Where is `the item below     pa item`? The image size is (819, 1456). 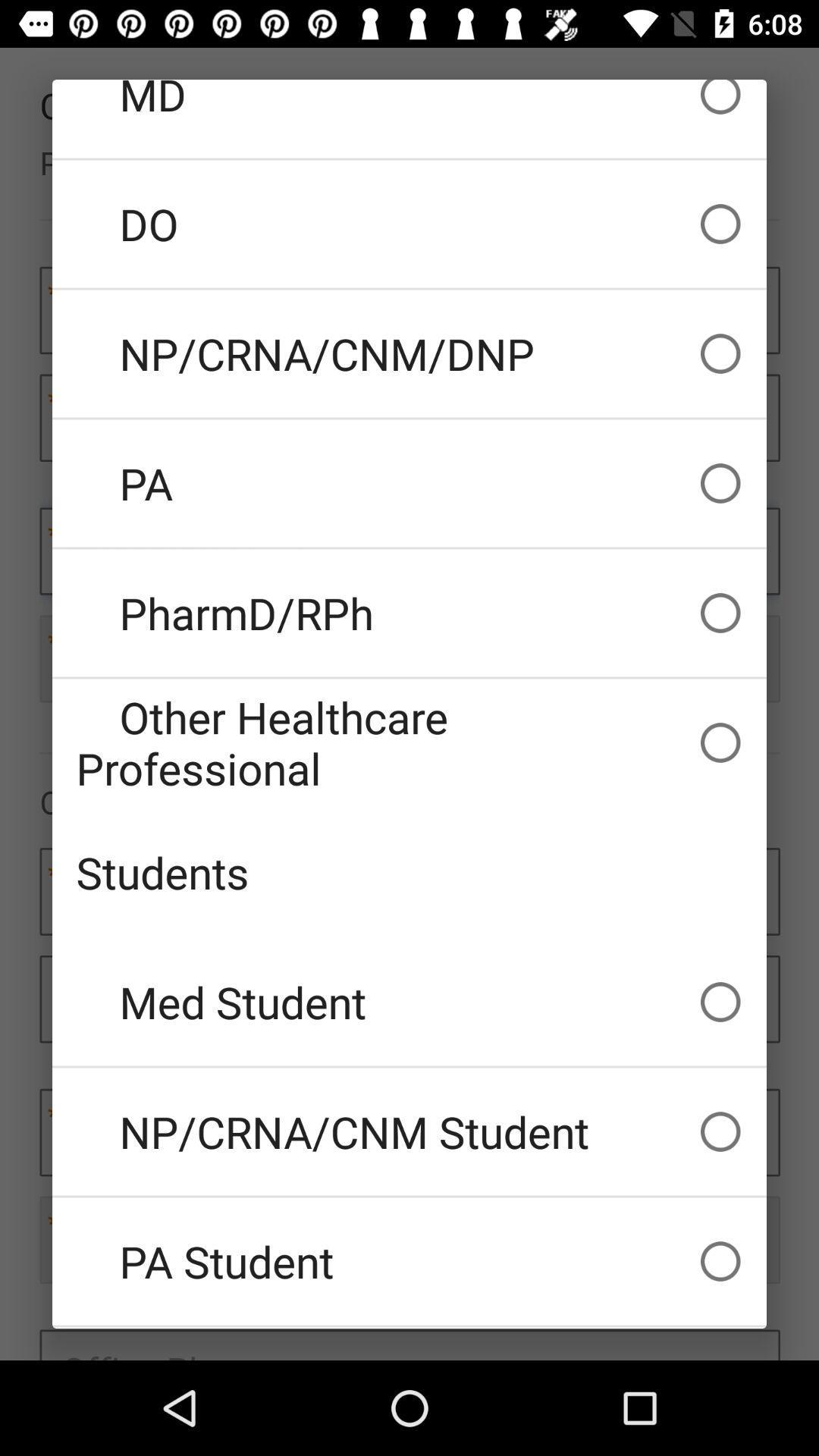 the item below     pa item is located at coordinates (409, 613).